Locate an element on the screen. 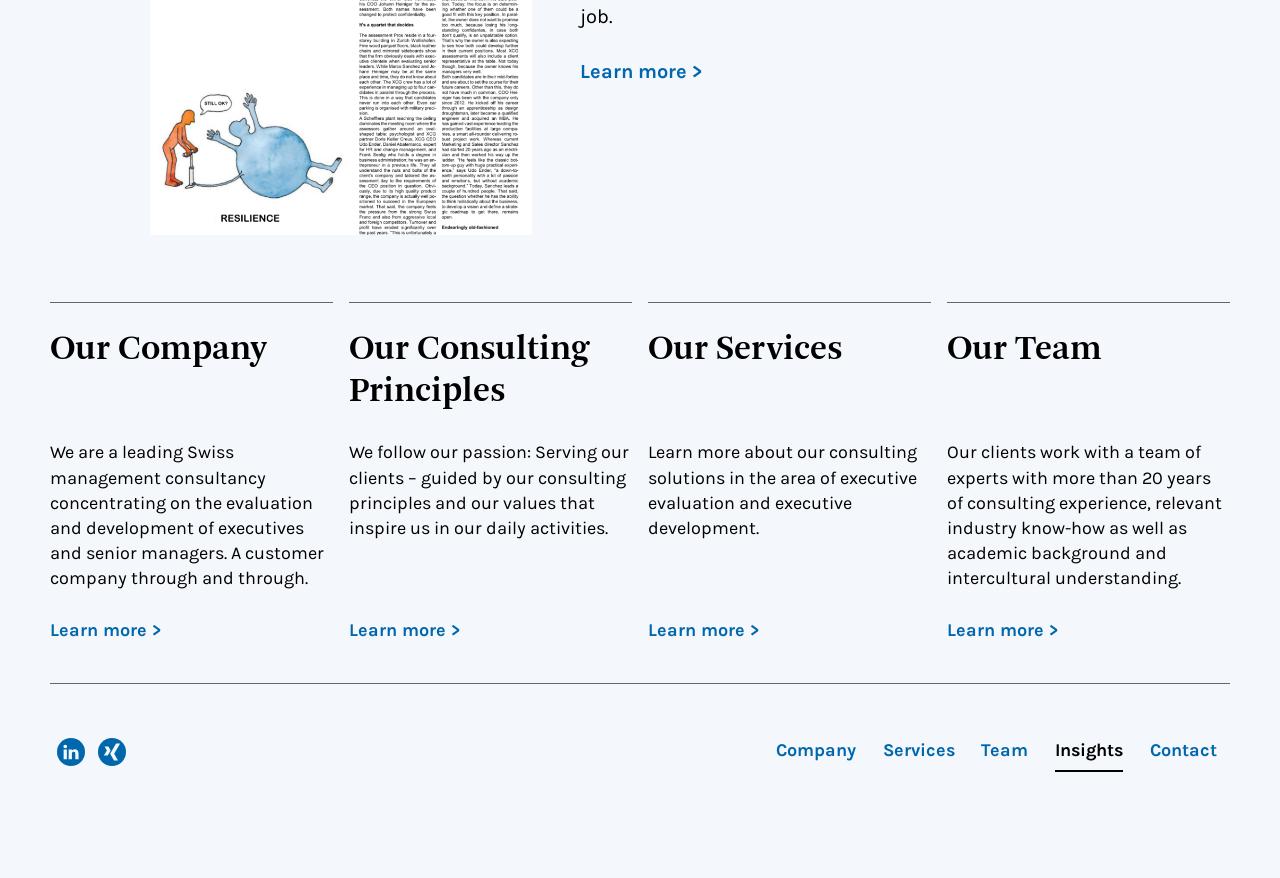  'Insights' is located at coordinates (1088, 749).